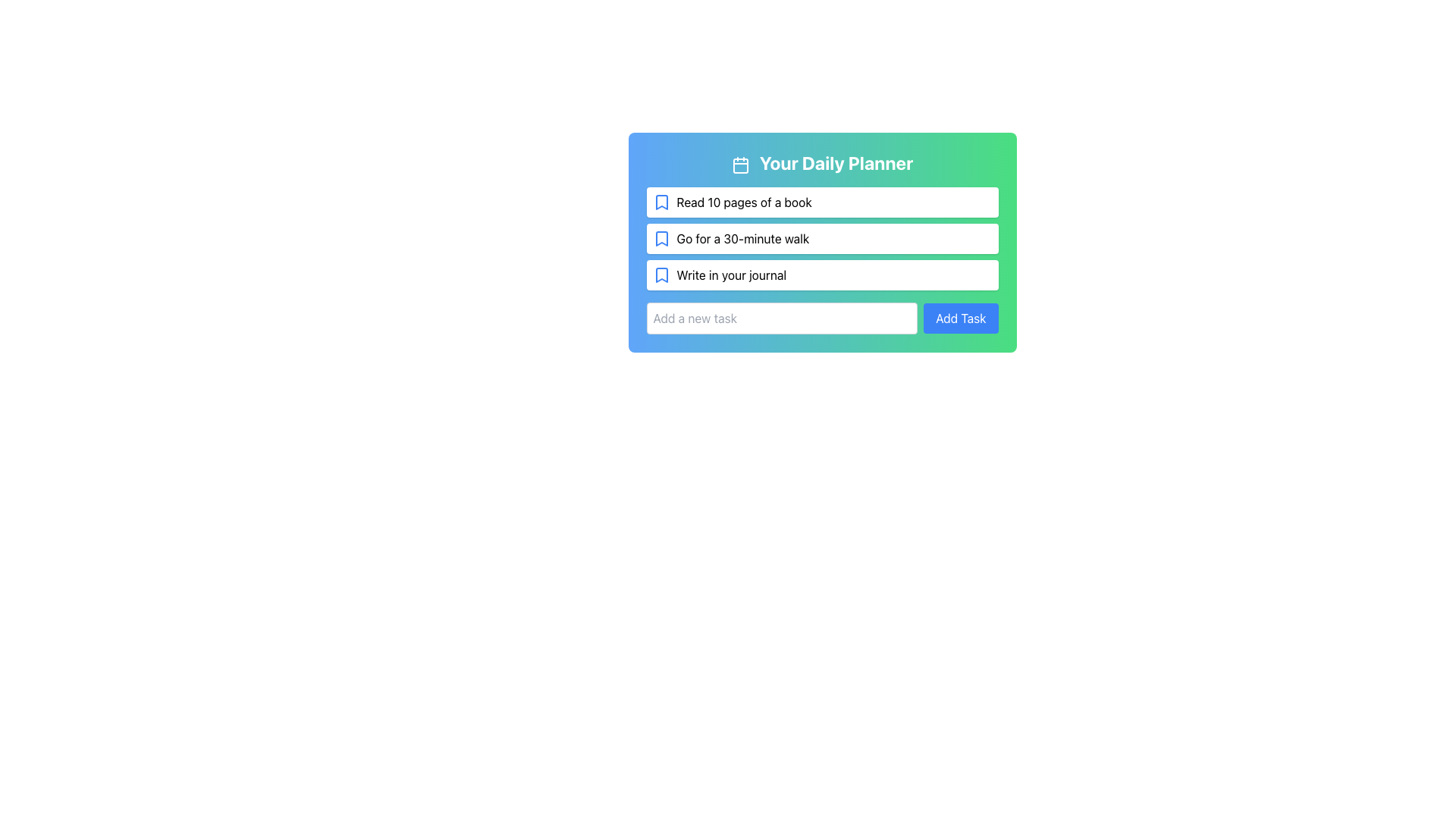 This screenshot has height=819, width=1456. What do you see at coordinates (740, 165) in the screenshot?
I see `the calendar icon located in the header section to the left of 'Your Daily Planner'` at bounding box center [740, 165].